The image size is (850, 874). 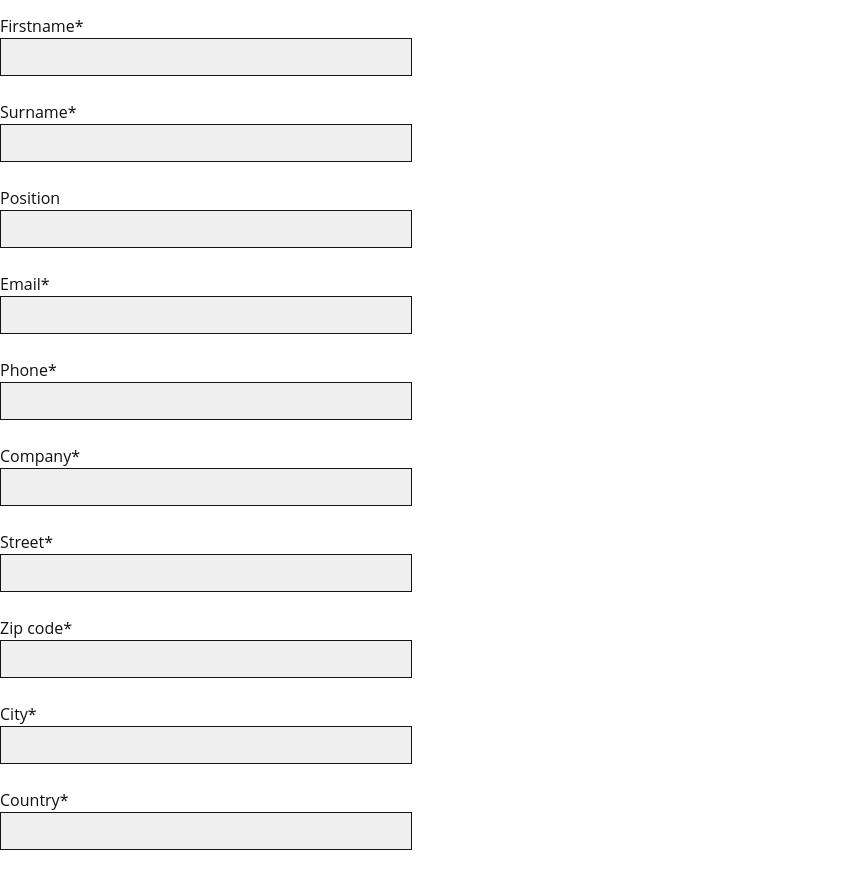 I want to click on 'Street*', so click(x=25, y=541).